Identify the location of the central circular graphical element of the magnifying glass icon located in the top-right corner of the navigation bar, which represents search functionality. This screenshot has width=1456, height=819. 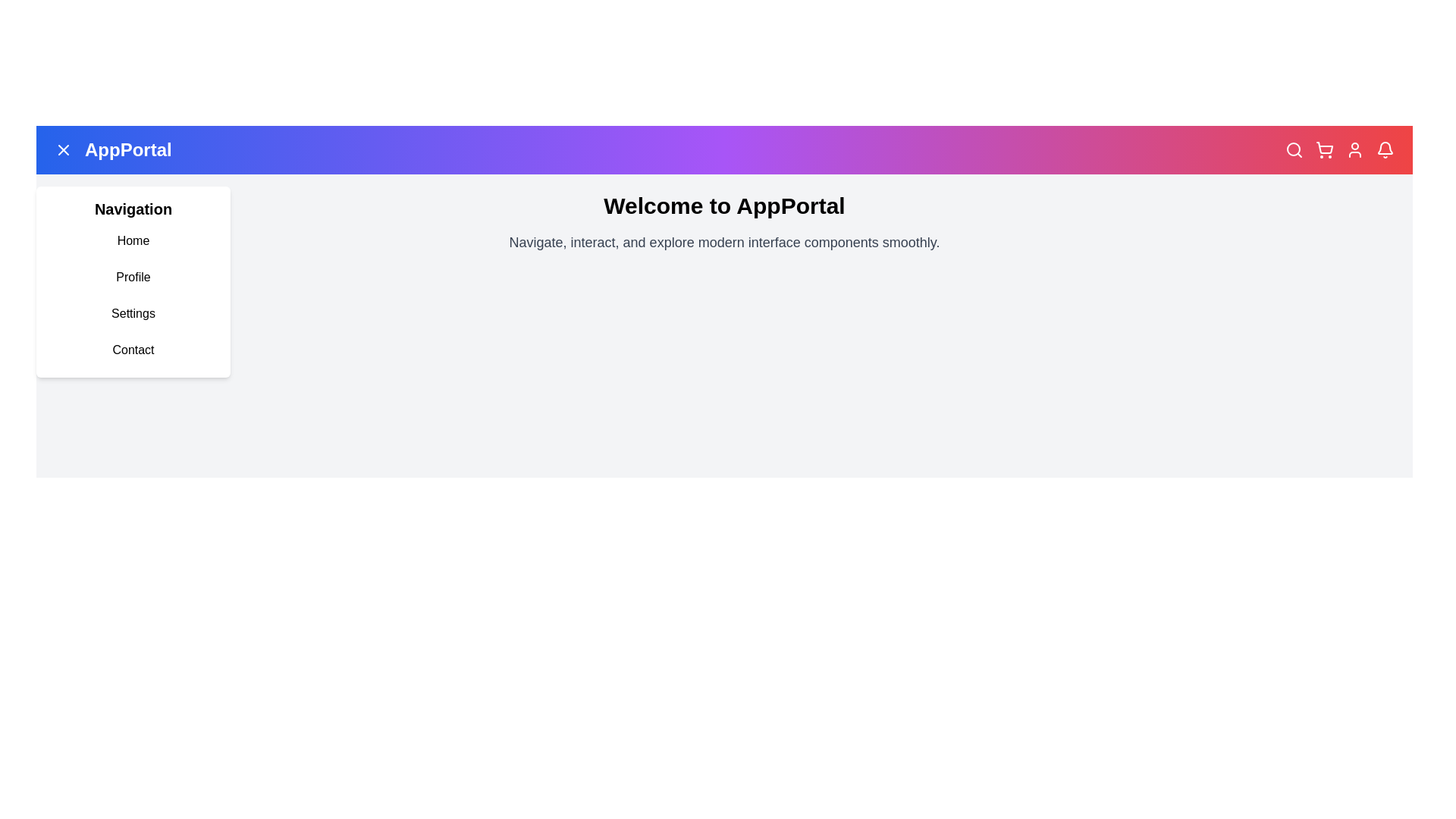
(1292, 149).